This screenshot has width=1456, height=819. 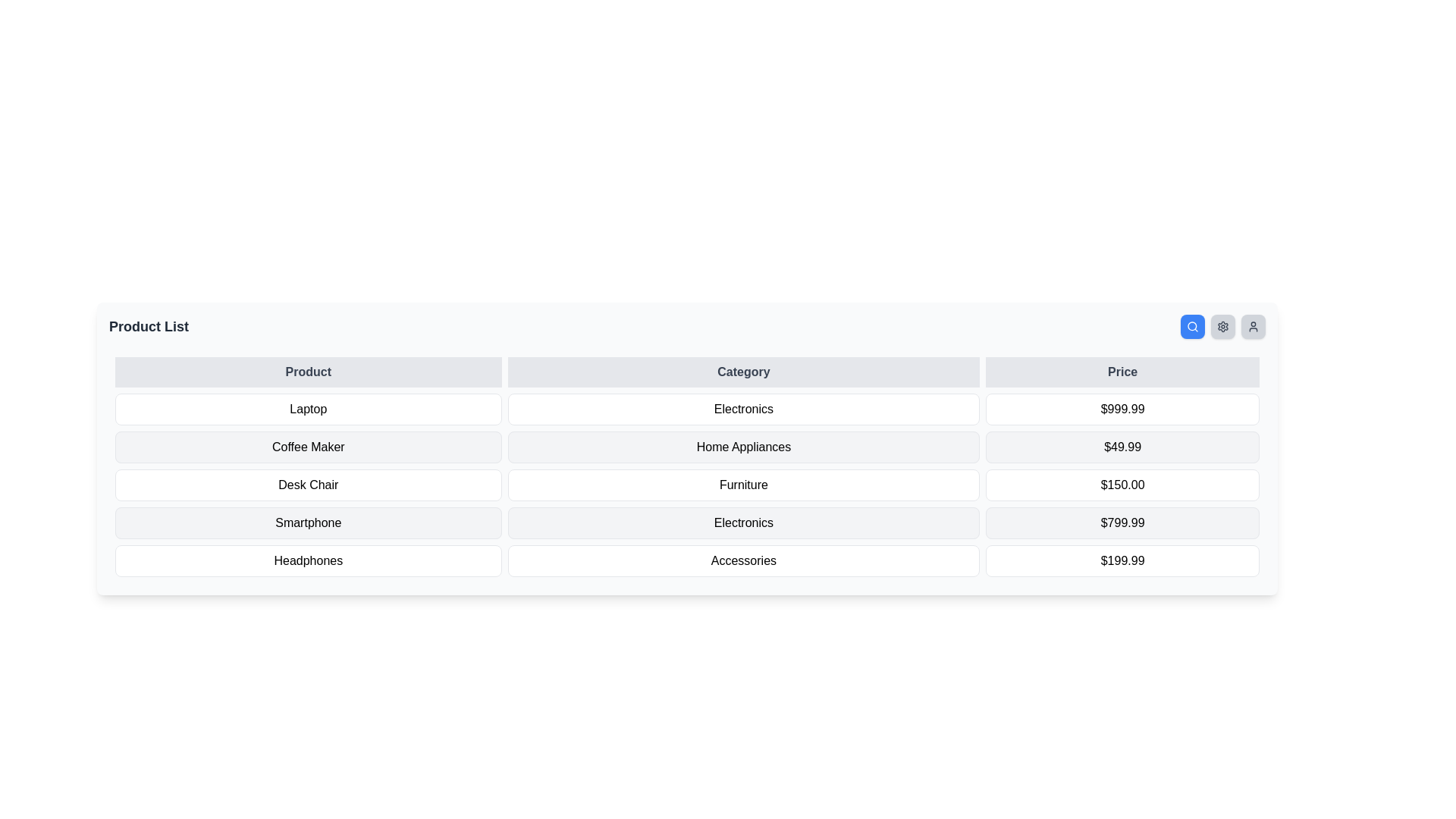 I want to click on the text display element showing the price value '$49.99' for the 'Coffee Maker' product in the 'Home Appliances' category, located in the third column of the second row of the table, so click(x=1122, y=447).